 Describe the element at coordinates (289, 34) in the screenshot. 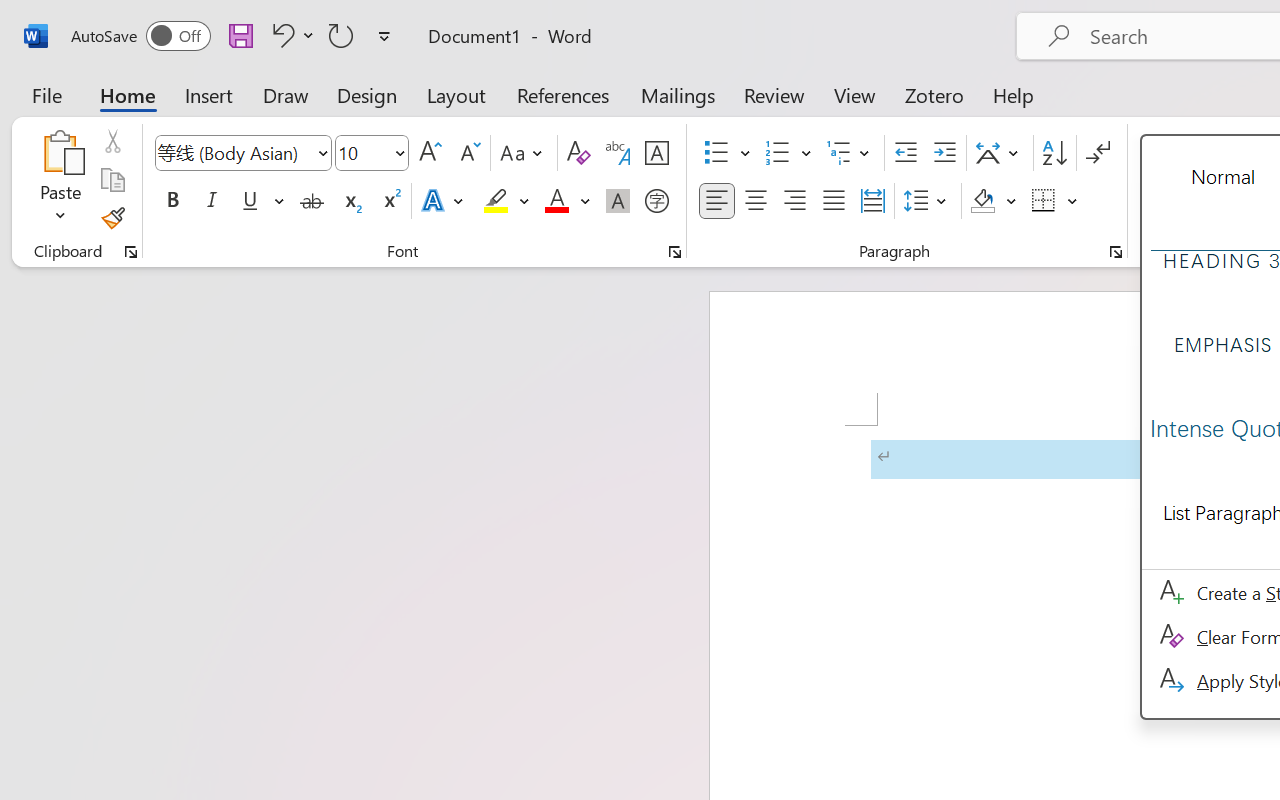

I see `'Undo Apply Quick Style'` at that location.